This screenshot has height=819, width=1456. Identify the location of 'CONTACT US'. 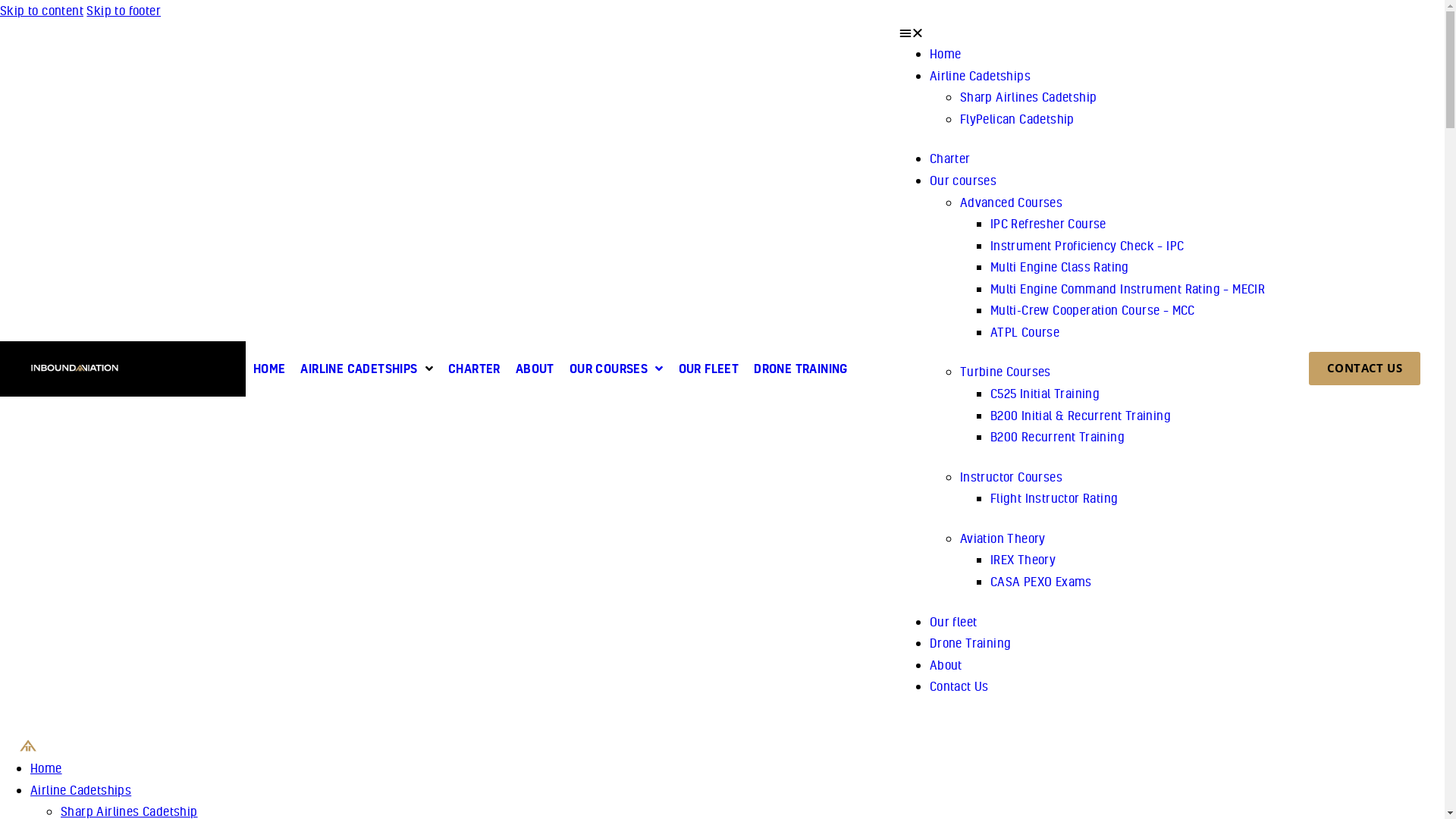
(1364, 369).